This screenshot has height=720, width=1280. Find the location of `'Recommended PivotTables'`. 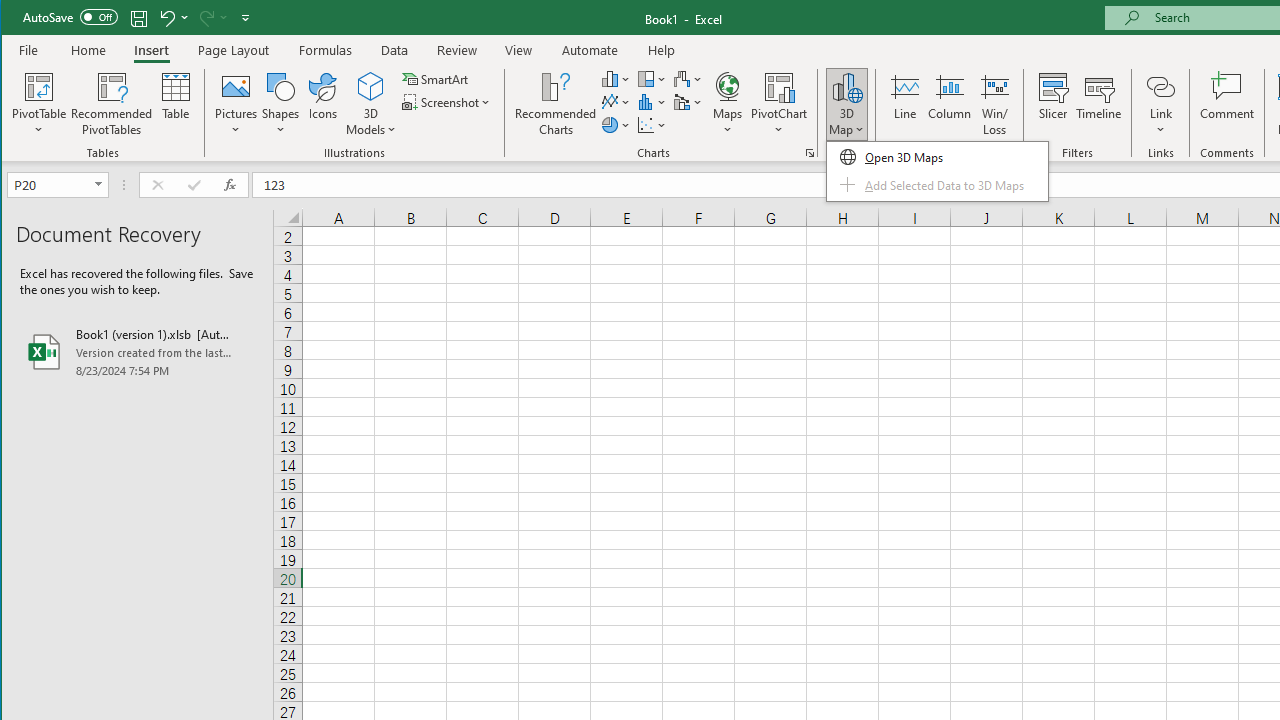

'Recommended PivotTables' is located at coordinates (111, 104).